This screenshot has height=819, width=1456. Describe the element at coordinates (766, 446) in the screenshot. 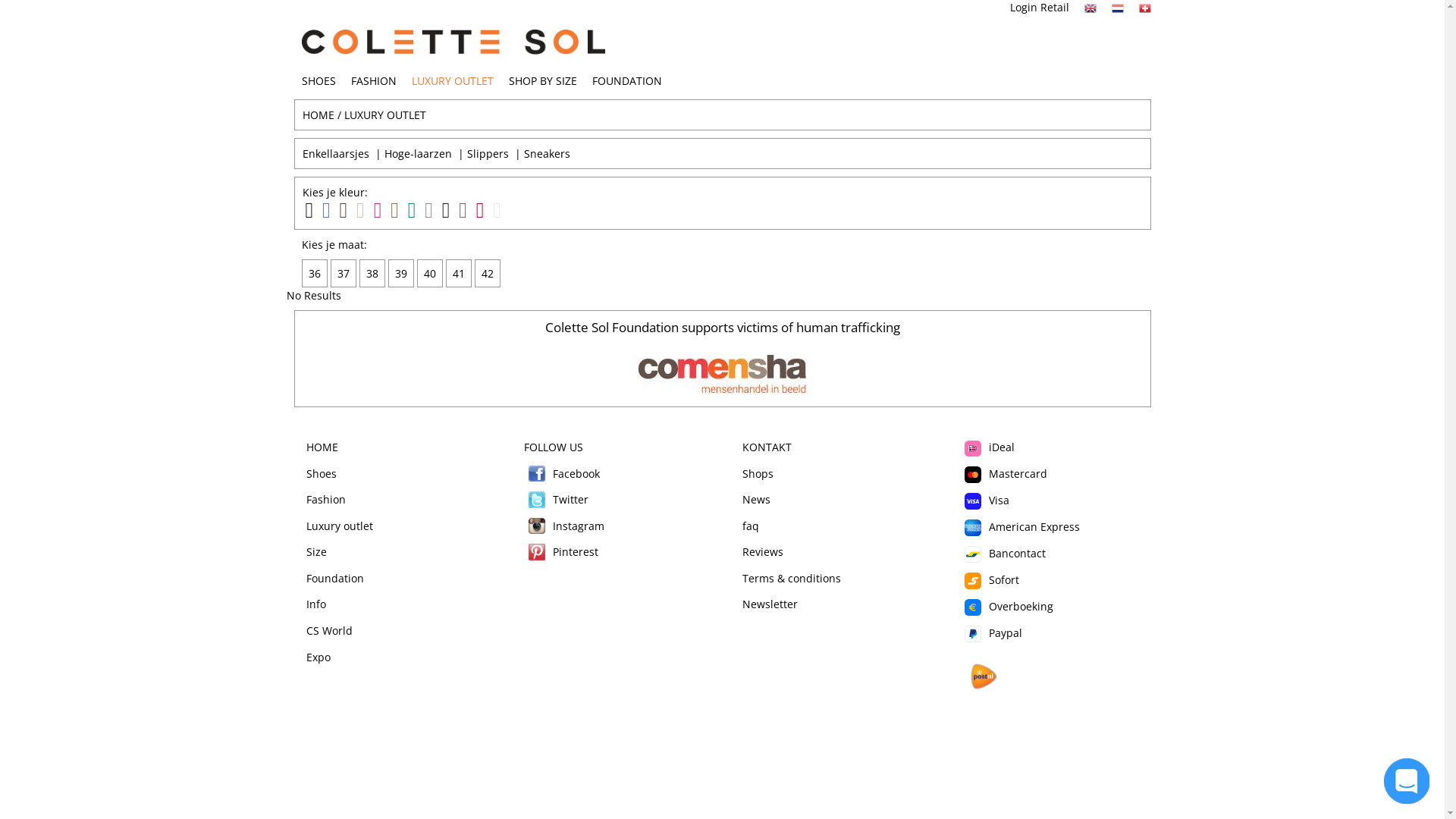

I see `'KONTAKT'` at that location.